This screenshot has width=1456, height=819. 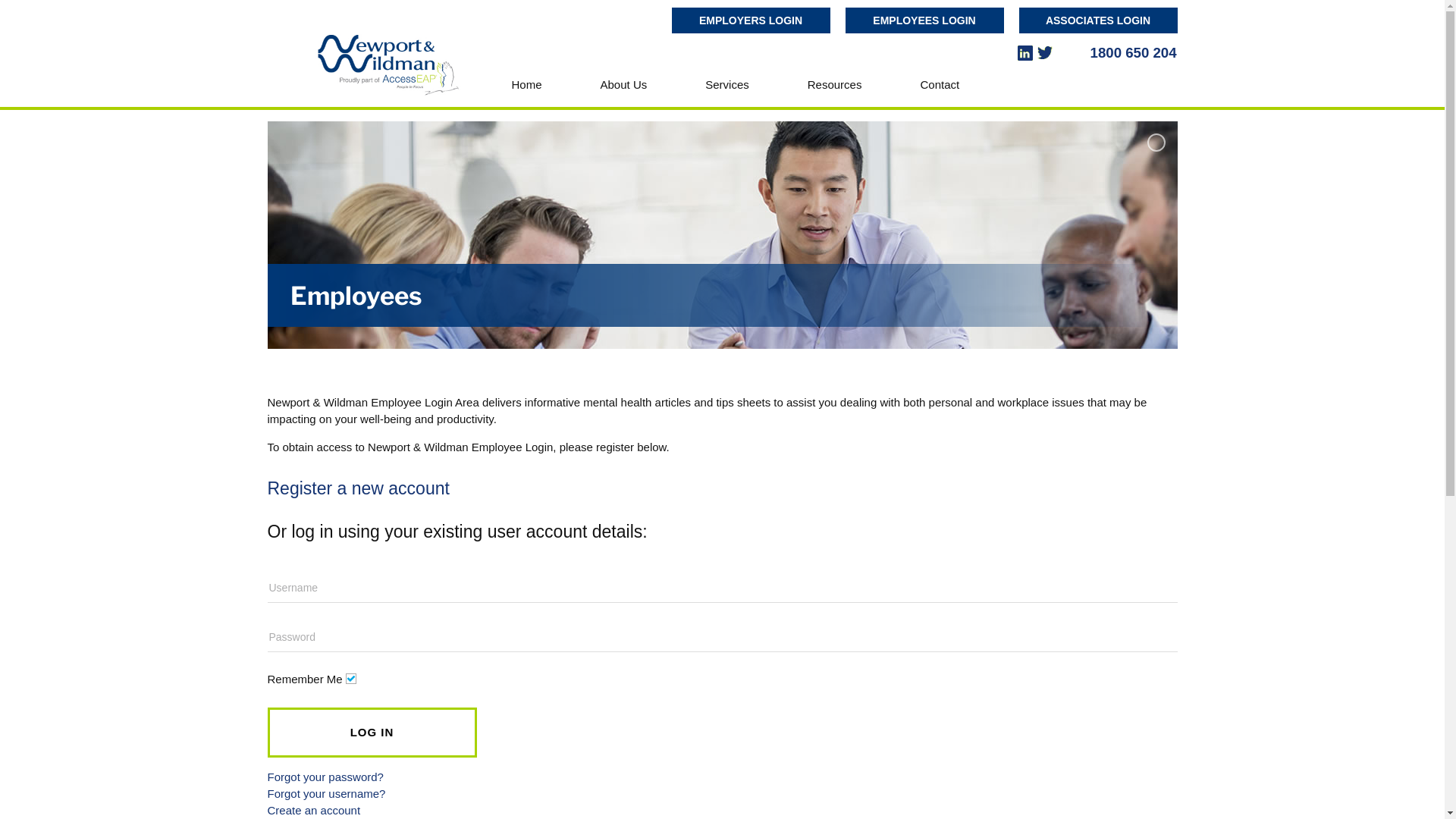 What do you see at coordinates (527, 84) in the screenshot?
I see `'Home'` at bounding box center [527, 84].